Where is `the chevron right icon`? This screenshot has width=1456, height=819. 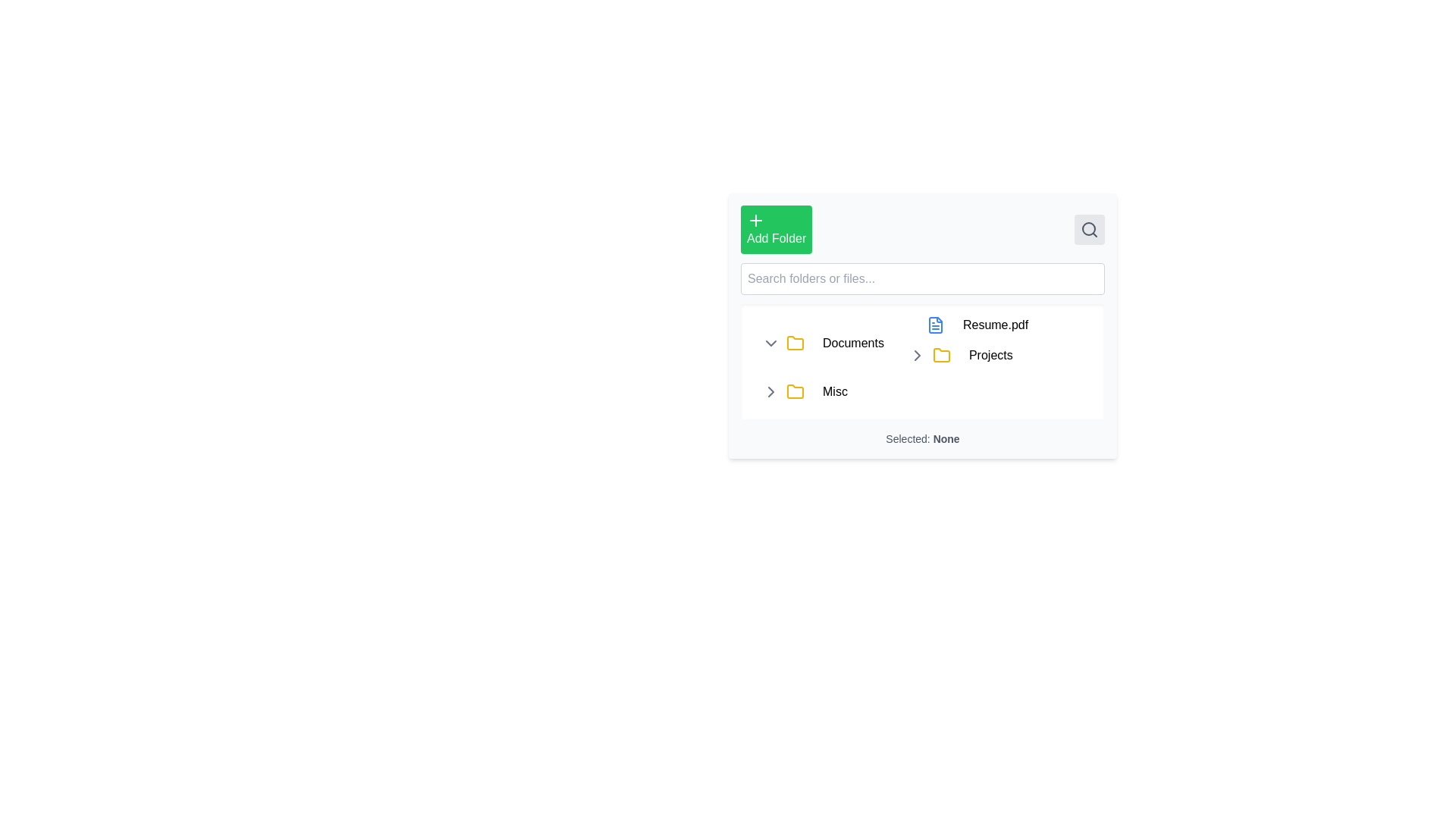
the chevron right icon is located at coordinates (916, 356).